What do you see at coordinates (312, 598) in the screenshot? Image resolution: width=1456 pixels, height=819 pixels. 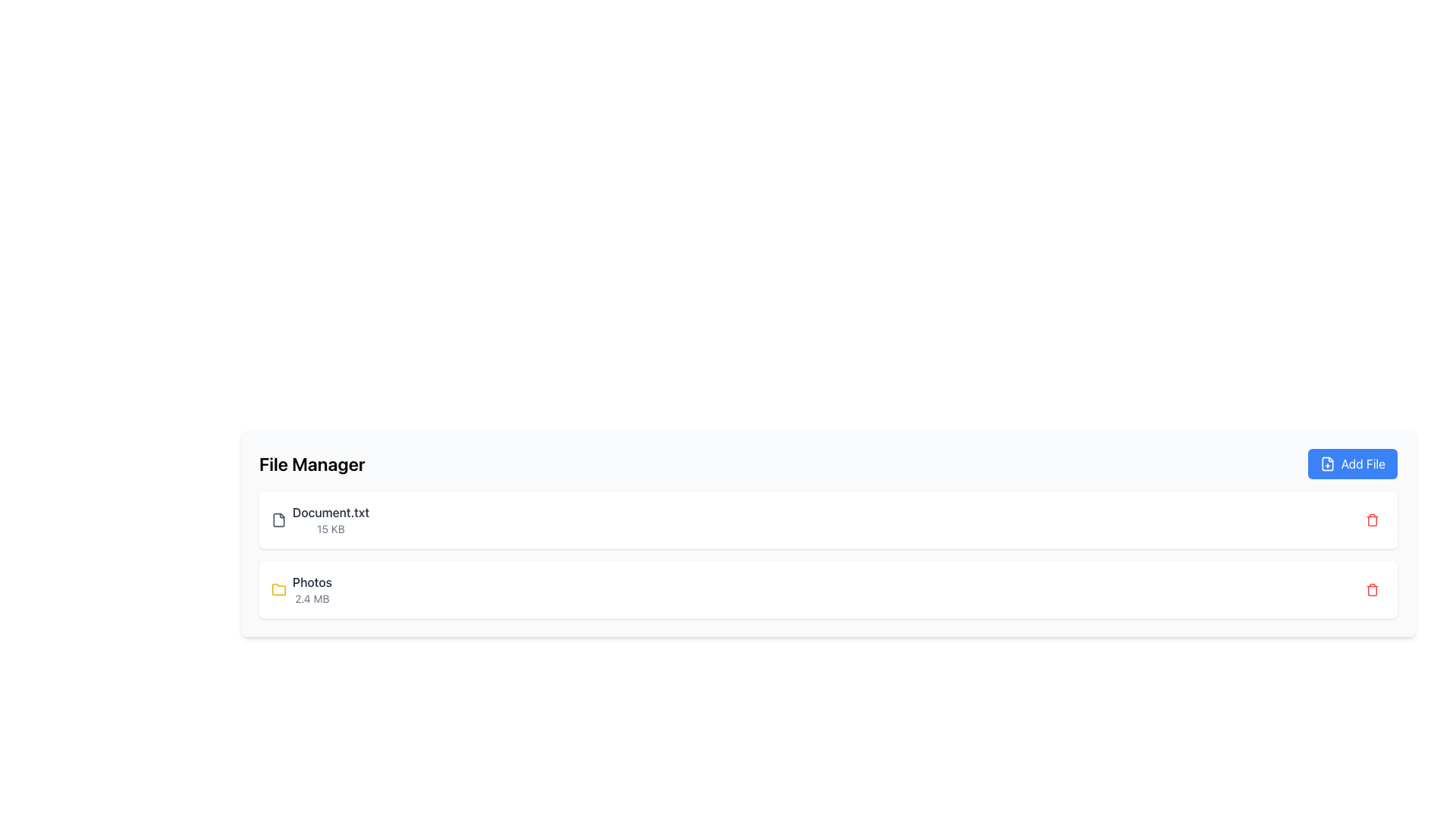 I see `the static informational text element displaying '2.4 MB', which is positioned directly beneath the 'Photos' label in the file manager section` at bounding box center [312, 598].